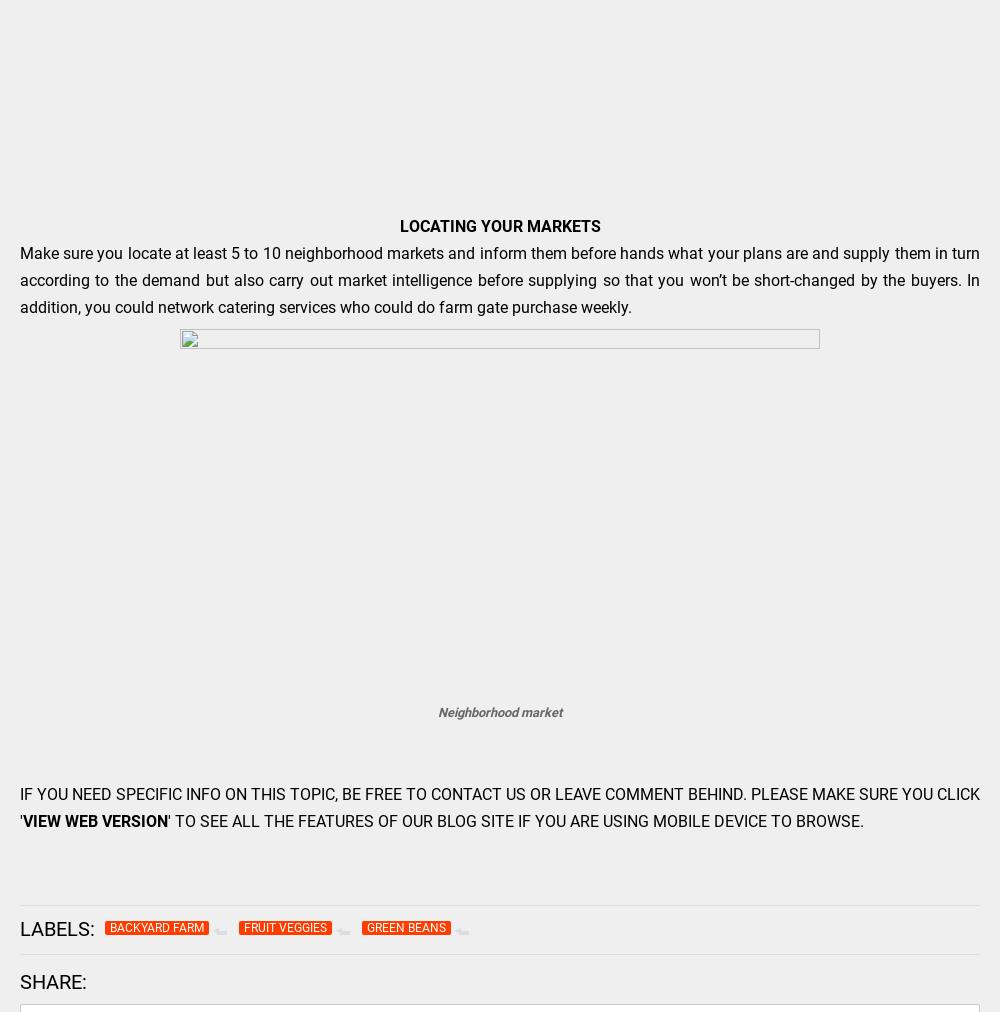 This screenshot has width=1000, height=1012. What do you see at coordinates (53, 981) in the screenshot?
I see `'SHARE:'` at bounding box center [53, 981].